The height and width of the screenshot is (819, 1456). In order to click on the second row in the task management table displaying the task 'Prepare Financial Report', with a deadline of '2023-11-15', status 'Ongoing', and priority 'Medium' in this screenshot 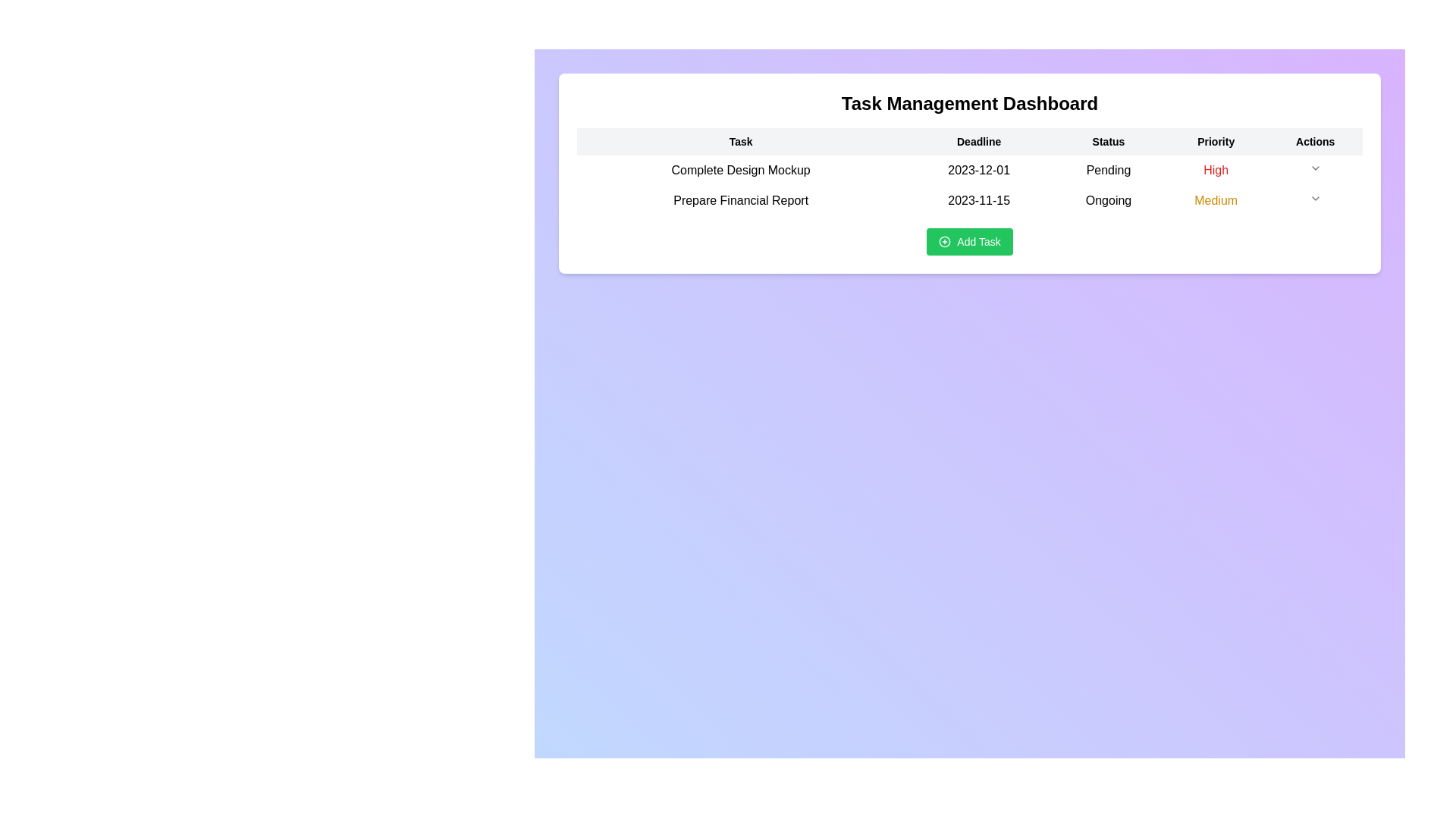, I will do `click(968, 200)`.